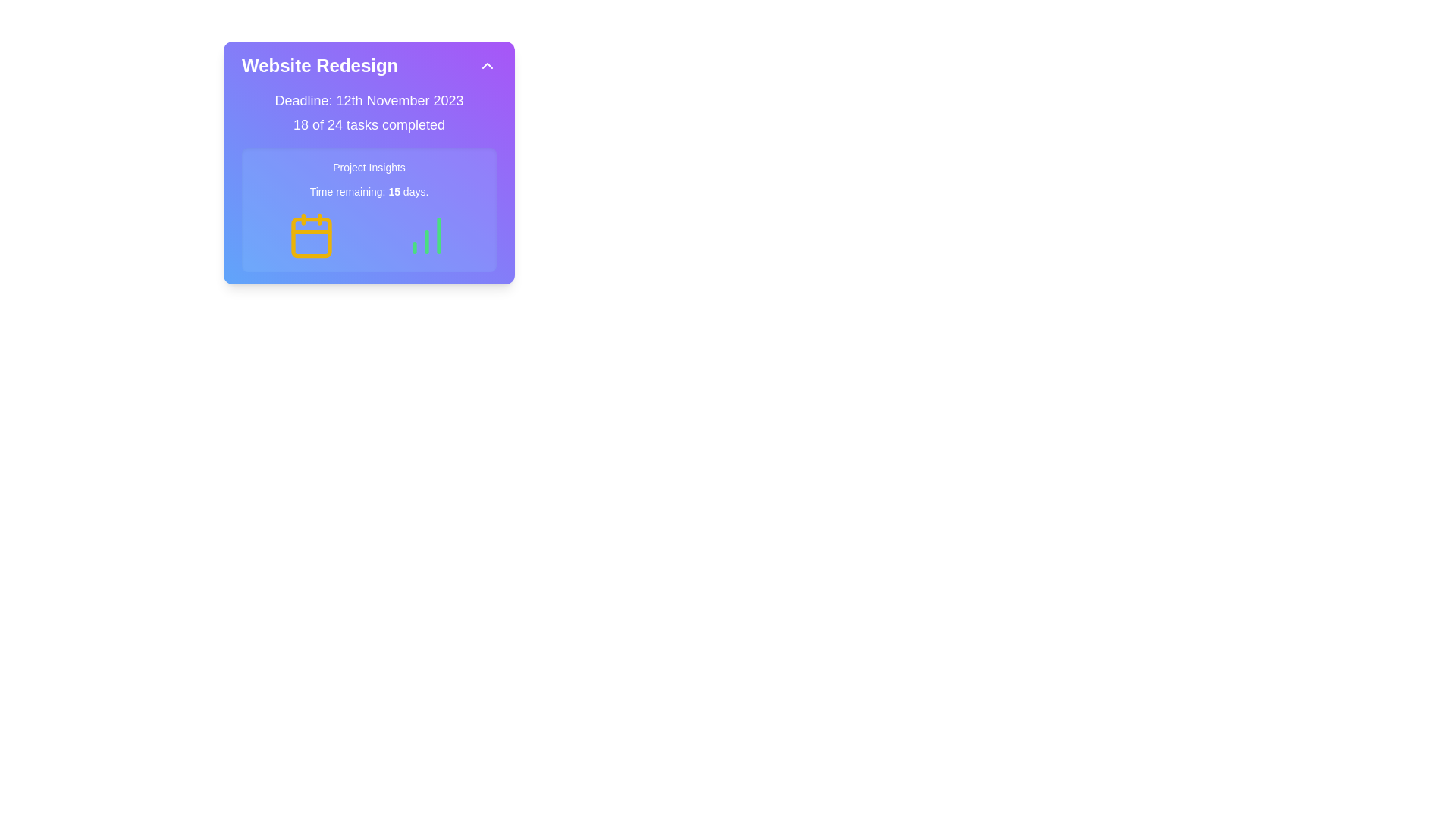  Describe the element at coordinates (369, 167) in the screenshot. I see `the title text element that provides contextual information, located centrally above the 'Time remaining: 15 days.' text` at that location.